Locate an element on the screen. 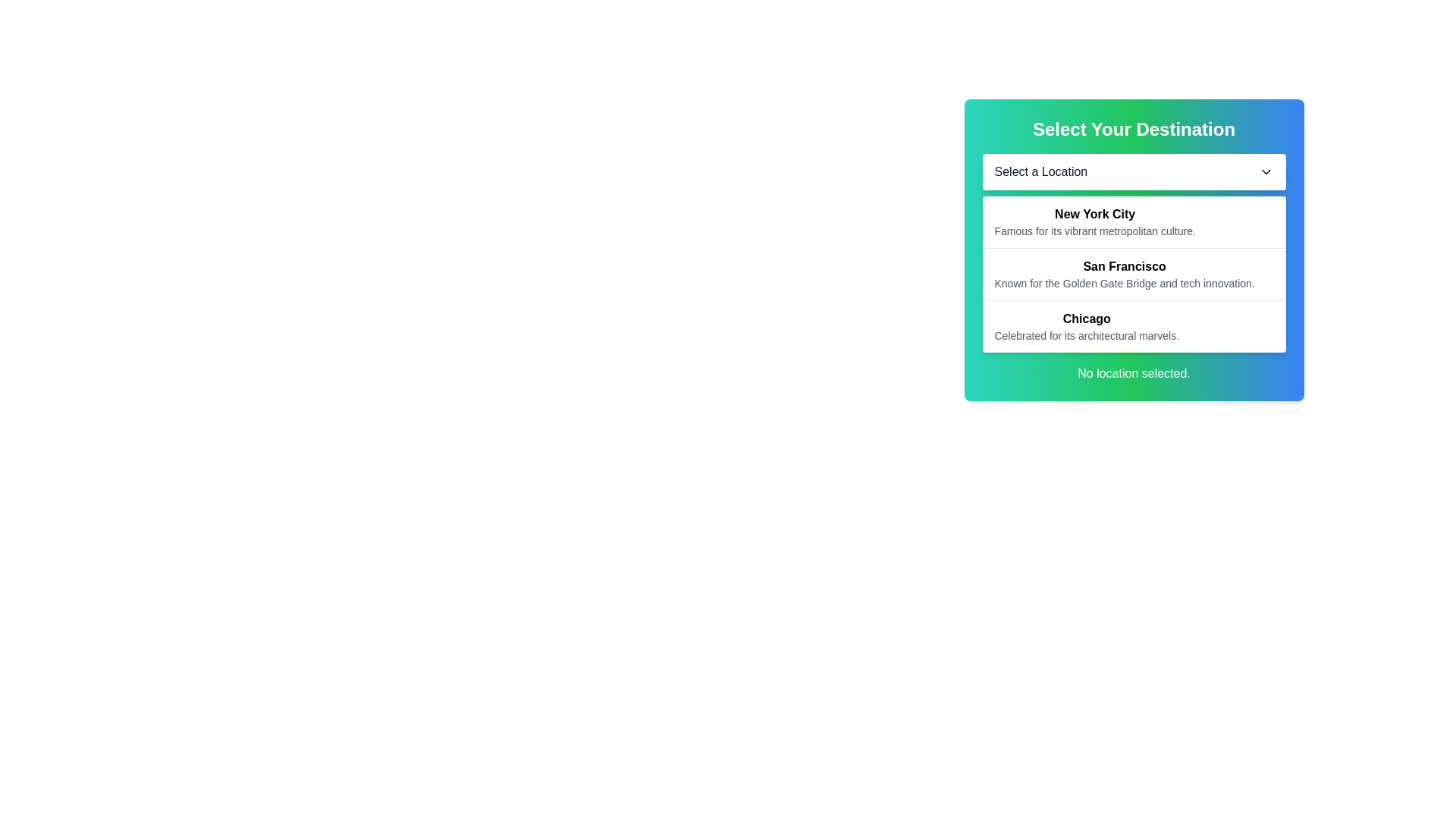 The width and height of the screenshot is (1456, 819). the descriptive text element about 'San Francisco,' which is located directly below the title in the section labeled 'San Francisco.' is located at coordinates (1125, 284).